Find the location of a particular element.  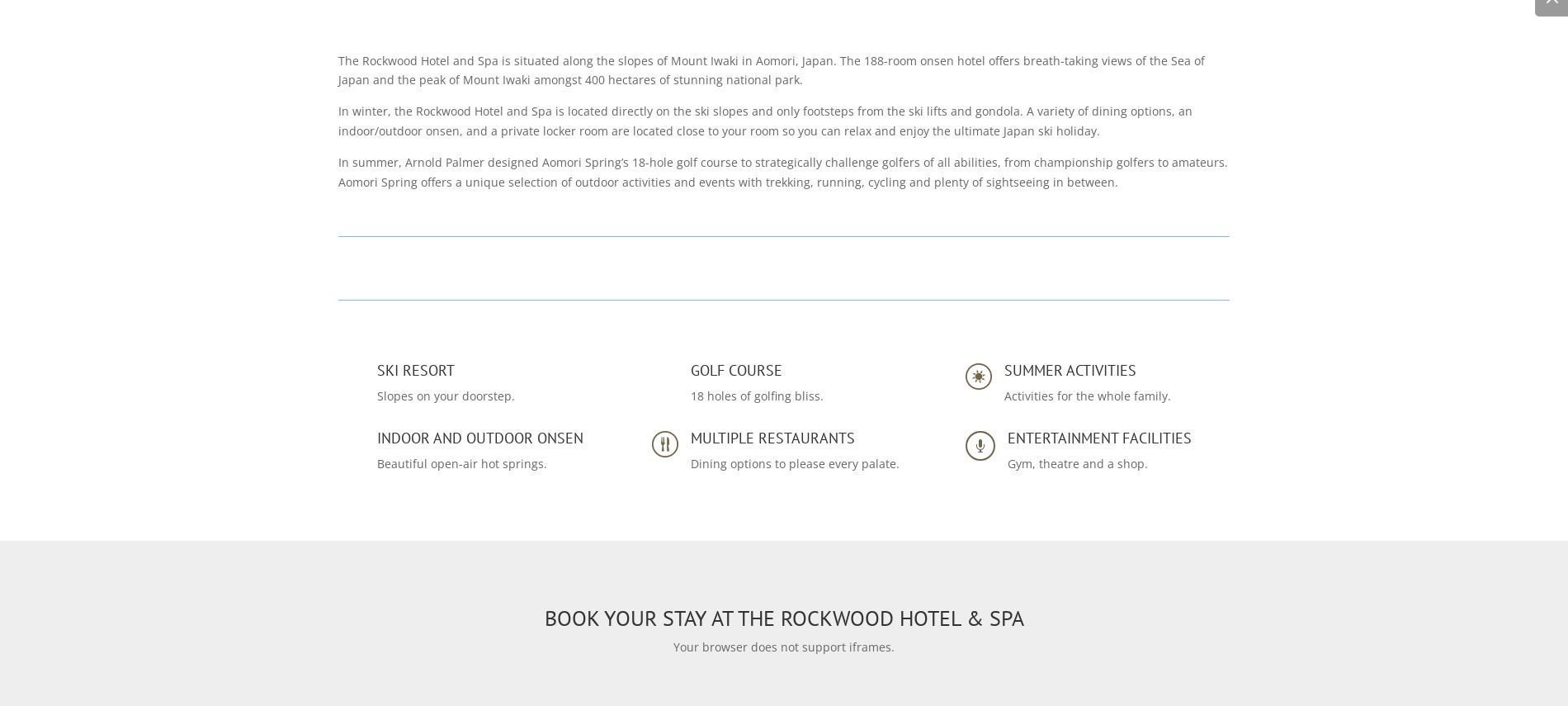

'ENTERTAINMENT FACILITIES' is located at coordinates (1005, 437).